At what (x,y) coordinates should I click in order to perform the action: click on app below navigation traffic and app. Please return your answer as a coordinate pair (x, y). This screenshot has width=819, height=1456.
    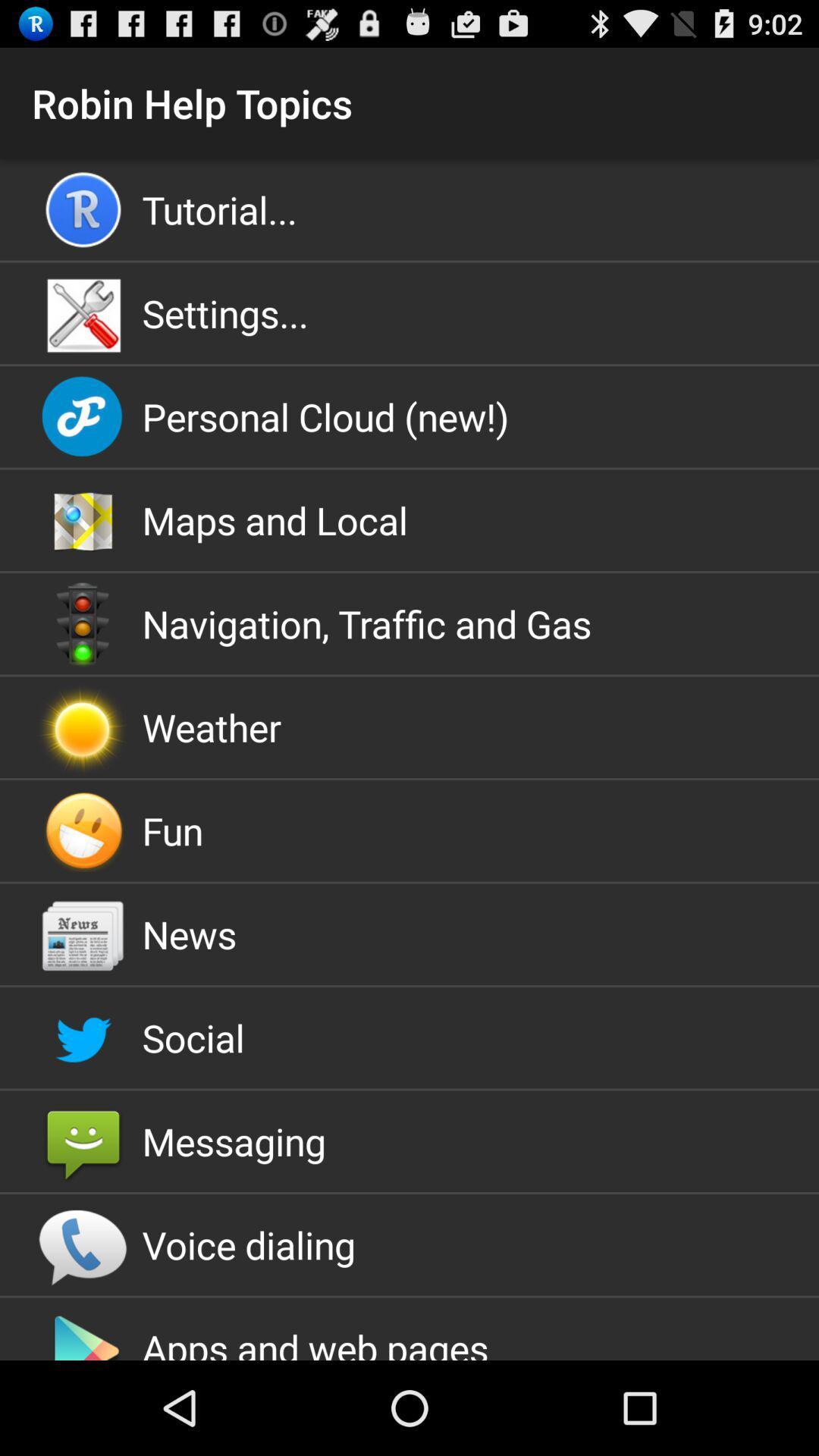
    Looking at the image, I should click on (409, 726).